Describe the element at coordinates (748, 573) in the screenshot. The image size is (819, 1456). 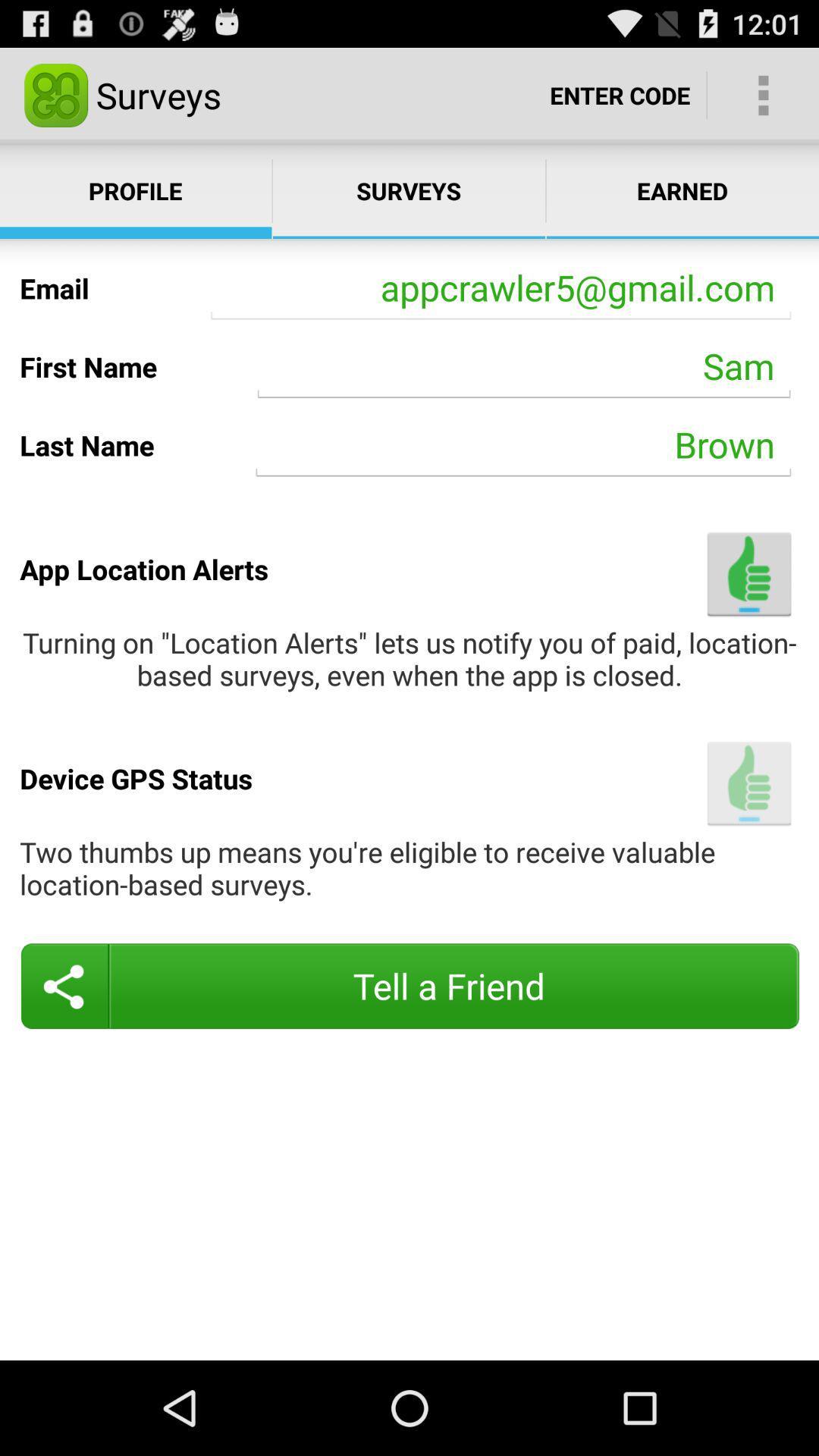
I see `turn on location alerts` at that location.